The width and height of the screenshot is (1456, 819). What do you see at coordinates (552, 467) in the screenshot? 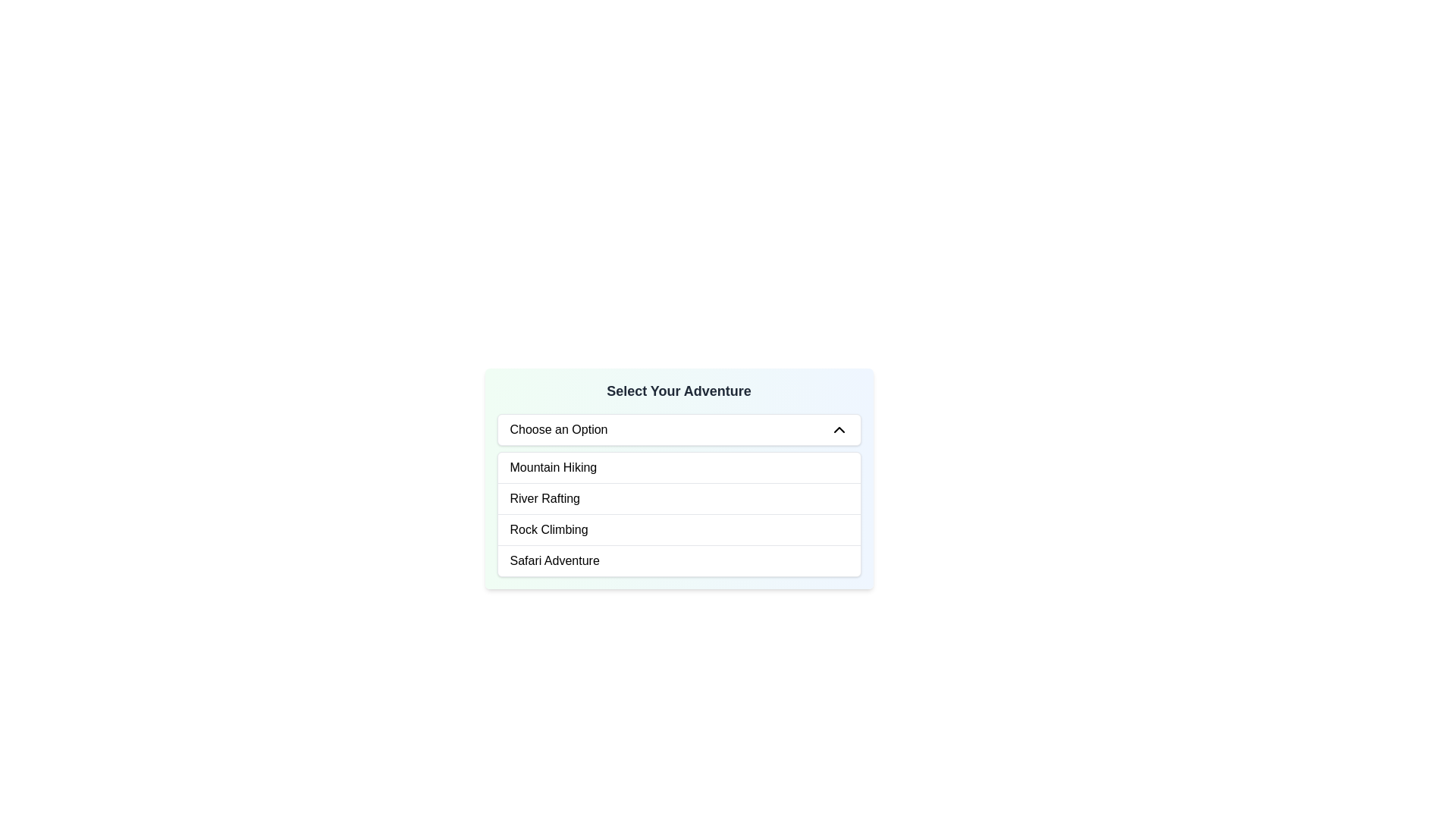
I see `the 'Mountain Hiking' text label in the adventure options menu` at bounding box center [552, 467].